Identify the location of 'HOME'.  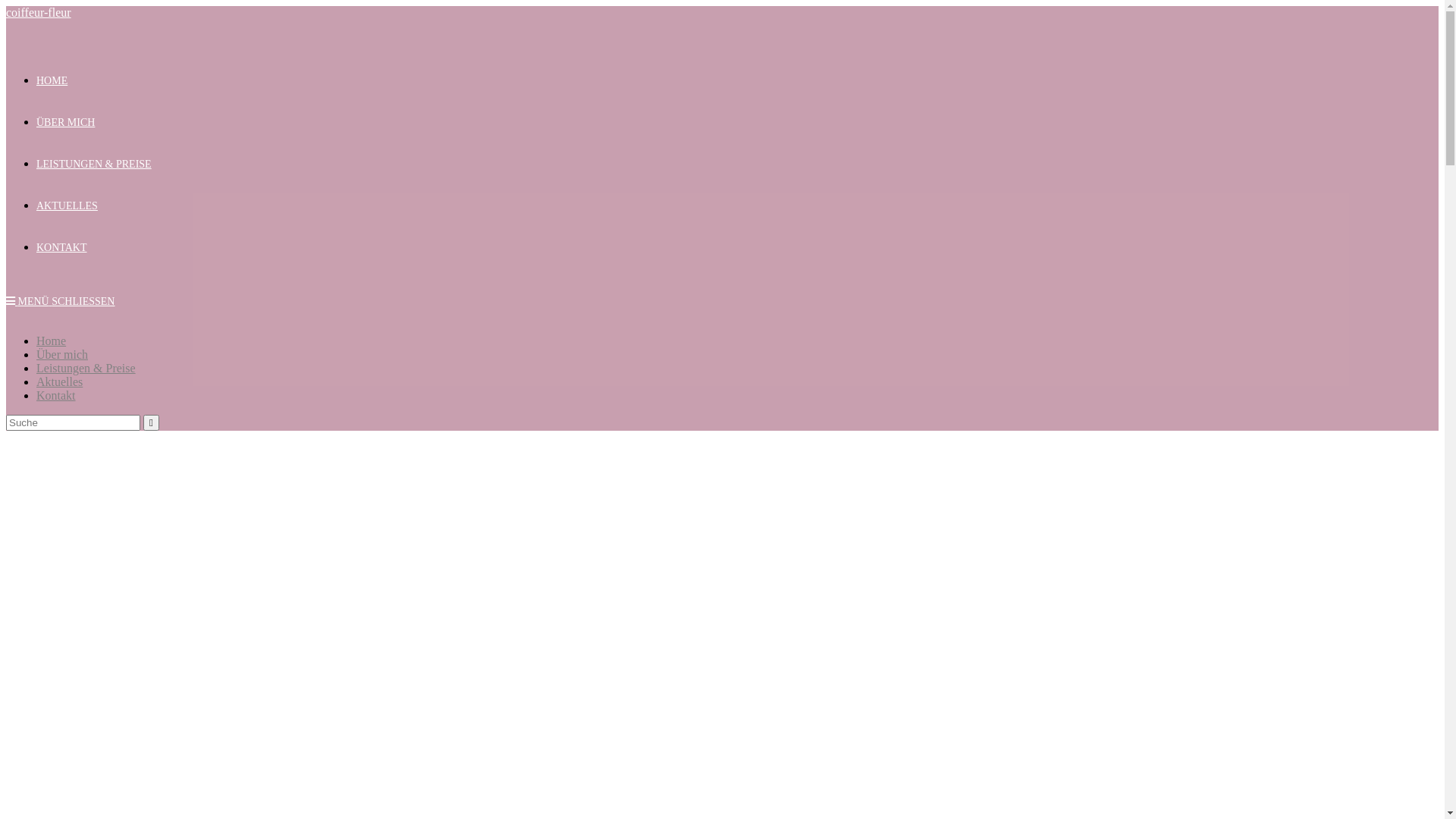
(52, 80).